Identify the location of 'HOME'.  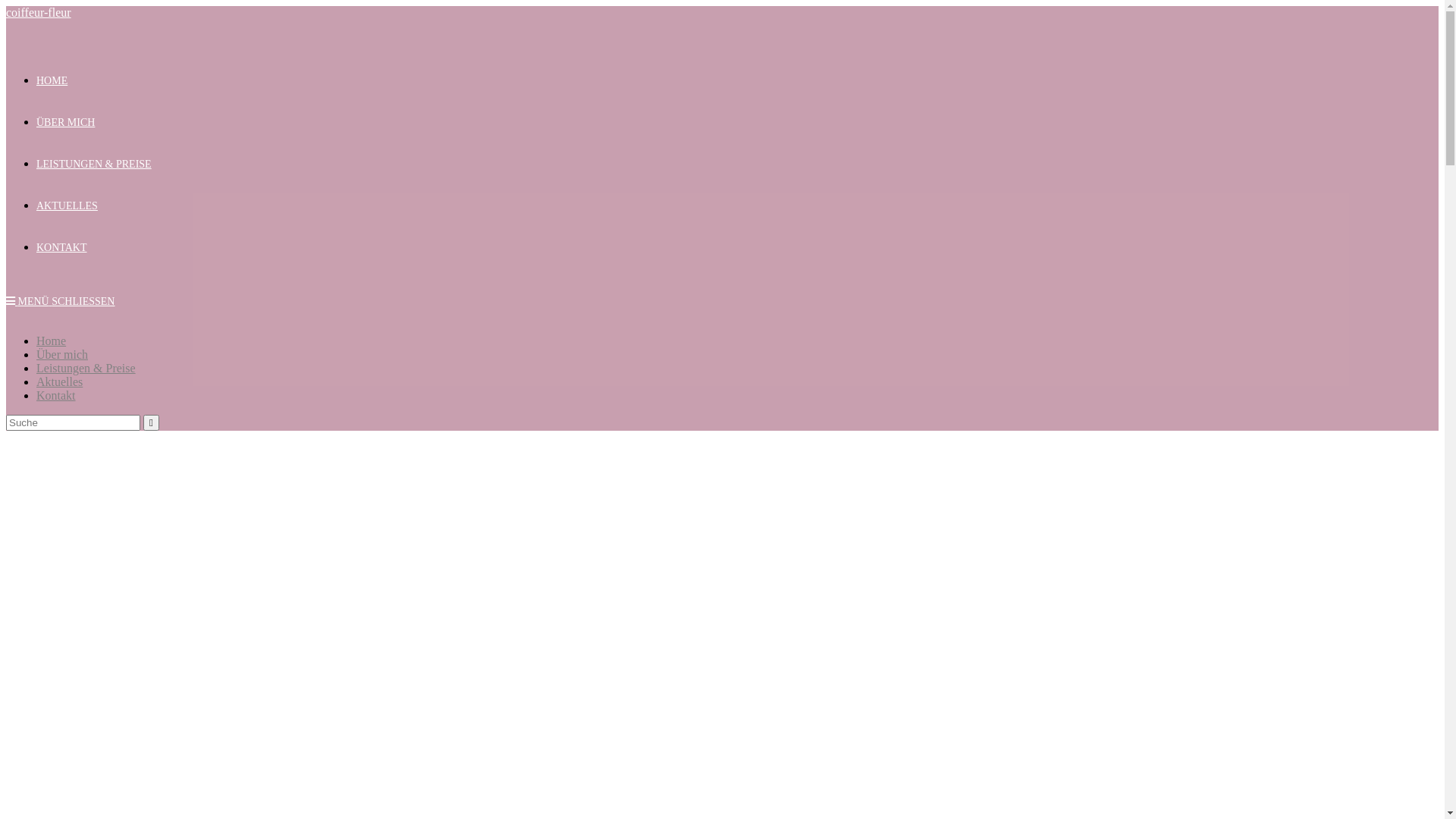
(52, 80).